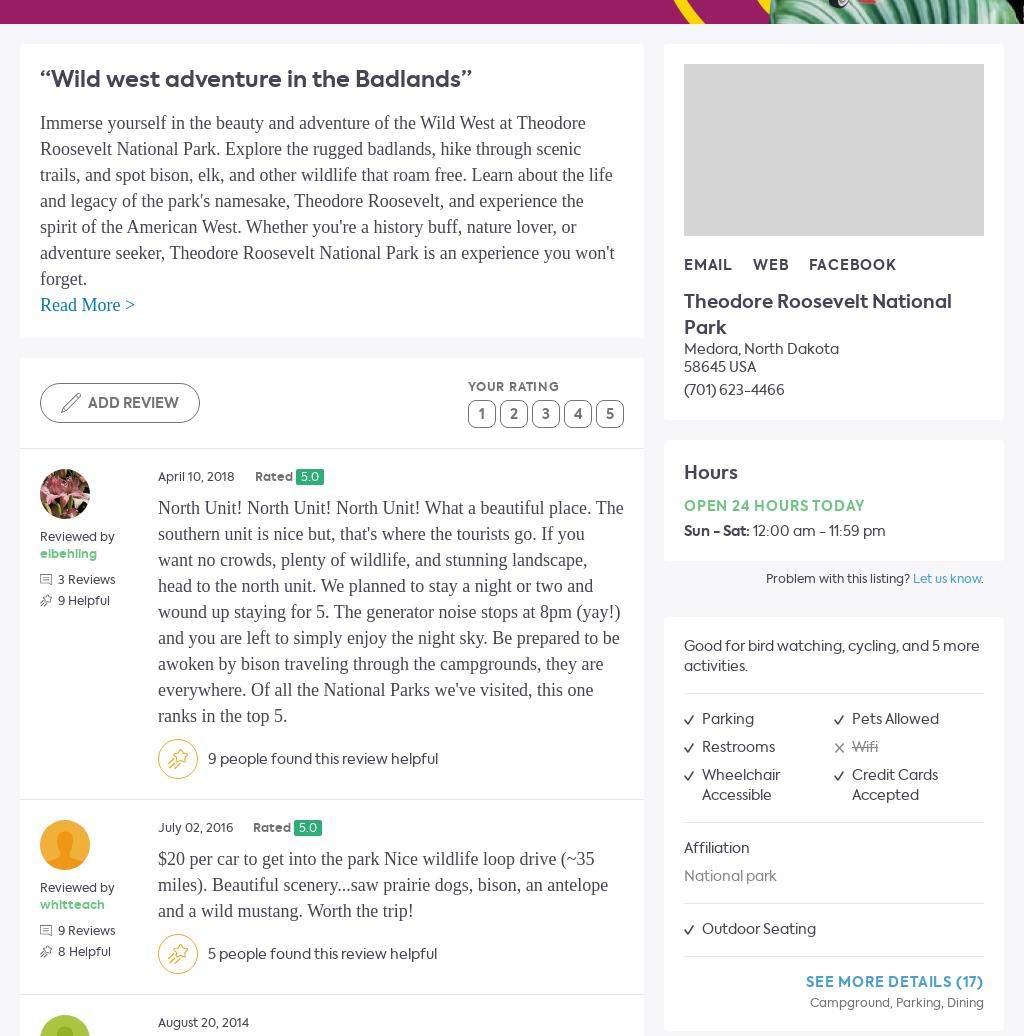 The height and width of the screenshot is (1036, 1024). Describe the element at coordinates (71, 904) in the screenshot. I see `'whitteach'` at that location.